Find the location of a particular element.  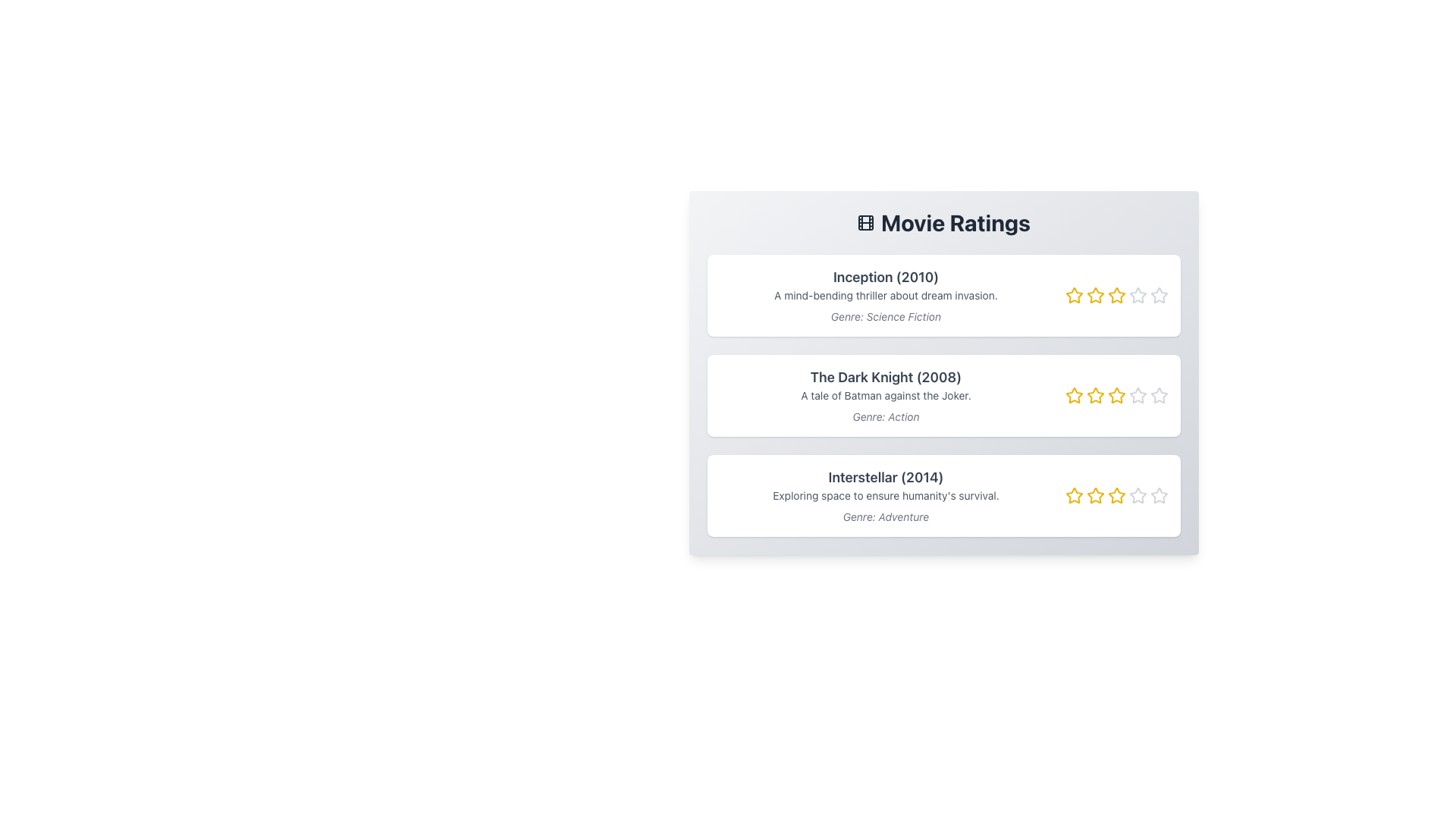

the third star icon in the rating system for 'The Dark Knight (2008)' is located at coordinates (1116, 394).